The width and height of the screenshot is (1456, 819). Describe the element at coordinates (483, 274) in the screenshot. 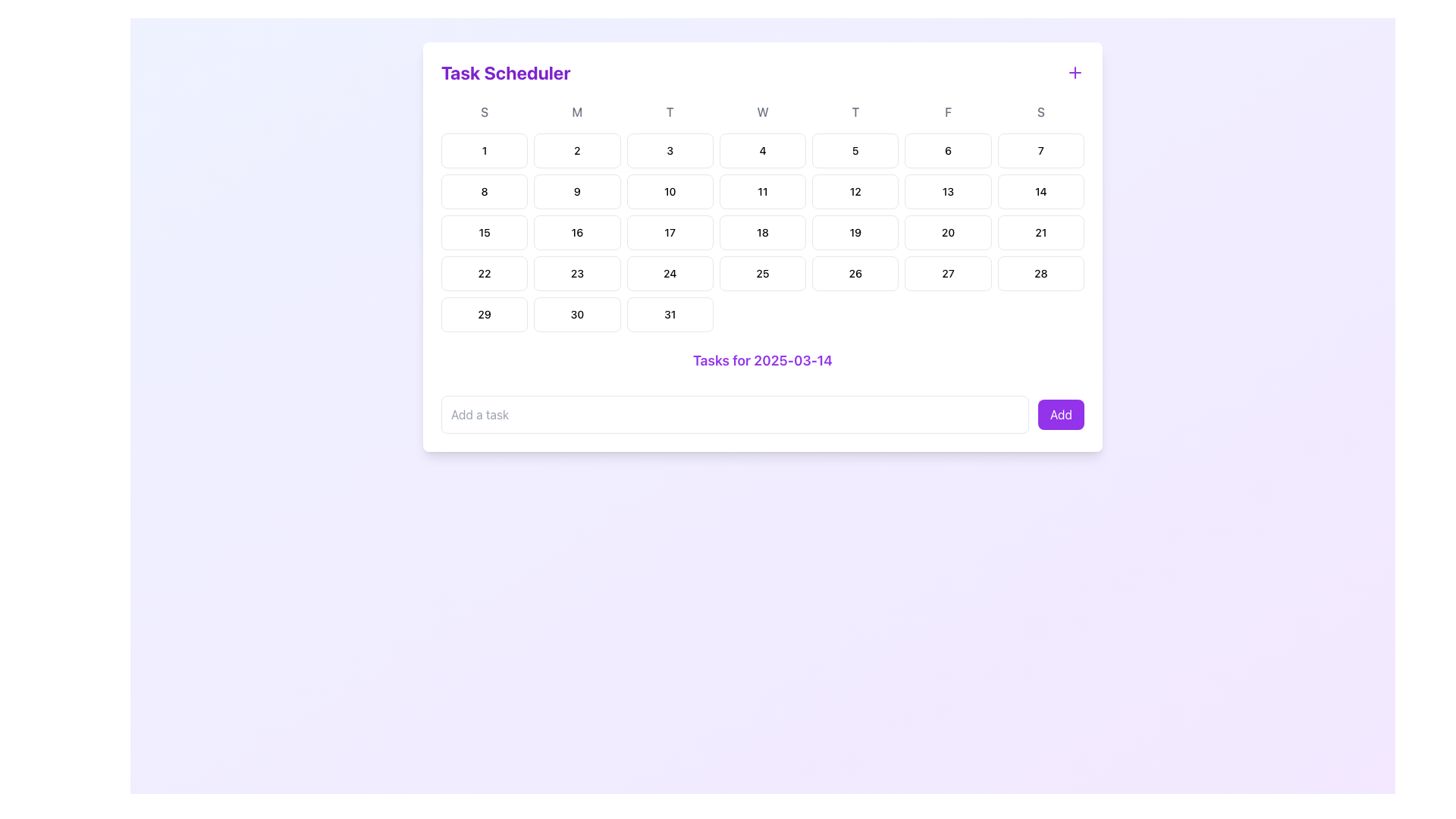

I see `the rectangular button with a white background and rounded corners displaying the number '22'` at that location.